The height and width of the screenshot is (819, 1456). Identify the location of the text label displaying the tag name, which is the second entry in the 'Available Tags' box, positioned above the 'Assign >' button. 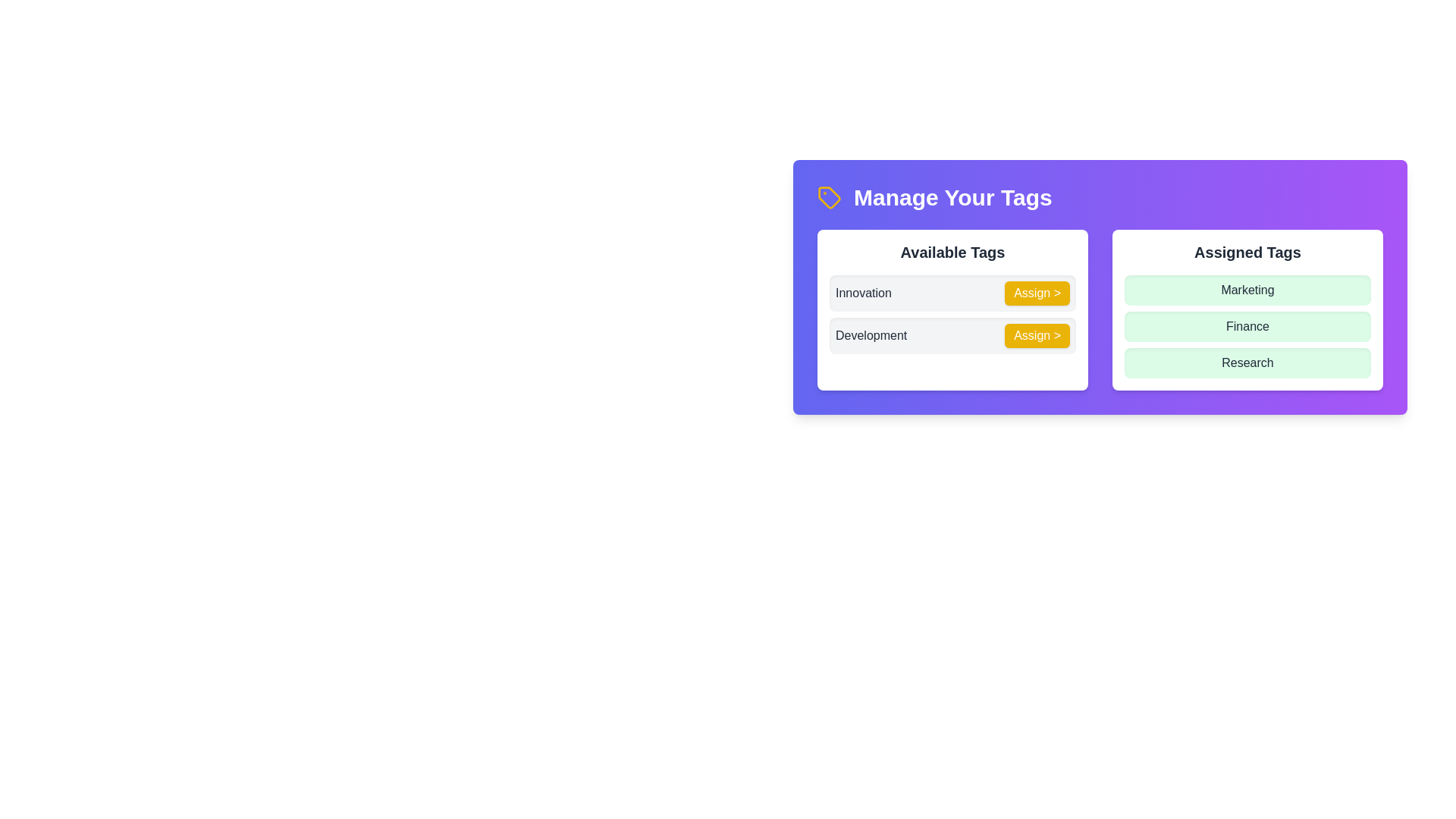
(871, 335).